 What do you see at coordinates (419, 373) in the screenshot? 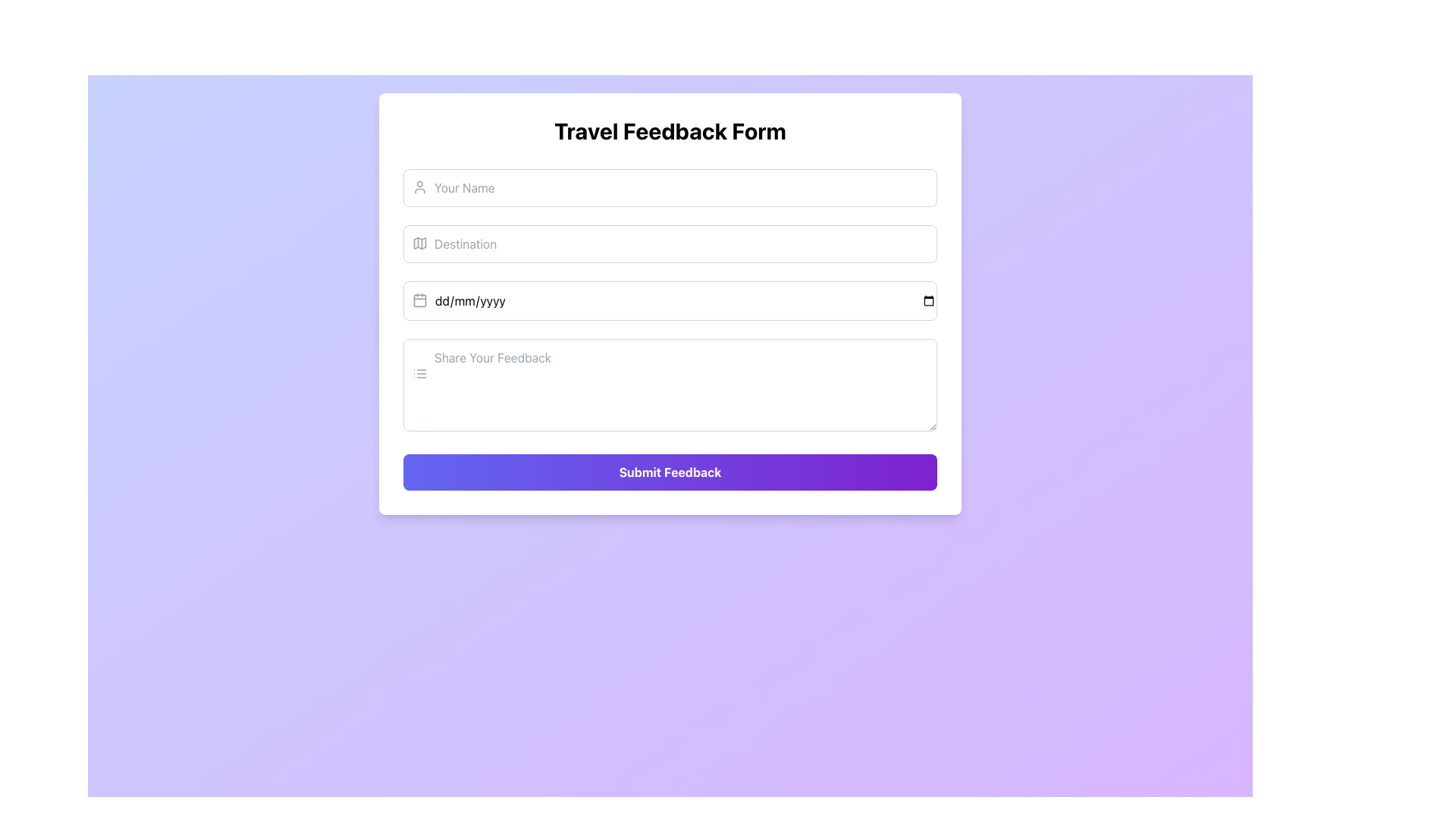
I see `the list icon element, which is characterized by three horizontal lines stacked vertically, located to the left of the 'Share Your Feedback' input box` at bounding box center [419, 373].